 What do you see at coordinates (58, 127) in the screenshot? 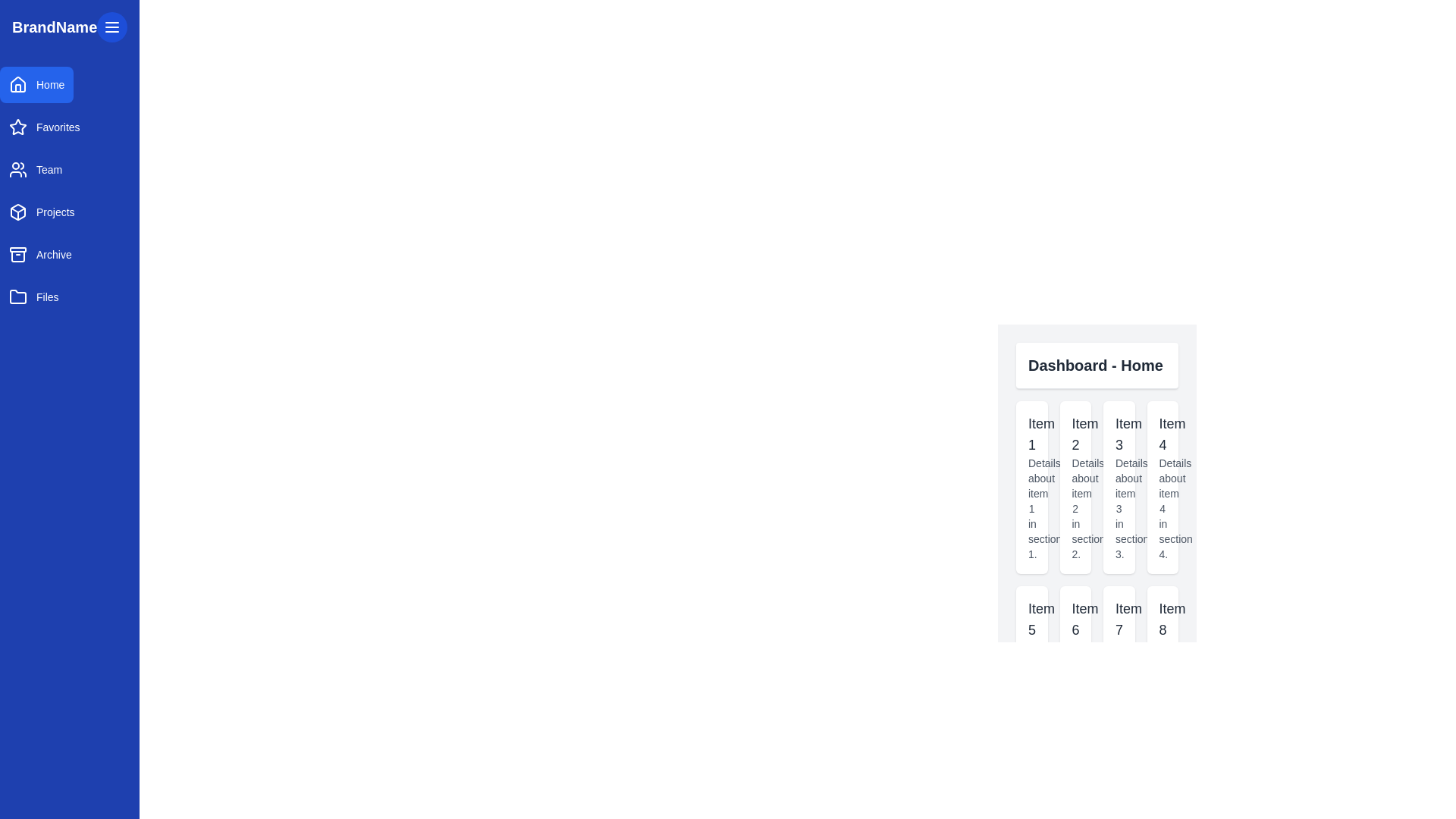
I see `the 'Favorites' text label in the vertical side navigation bar` at bounding box center [58, 127].